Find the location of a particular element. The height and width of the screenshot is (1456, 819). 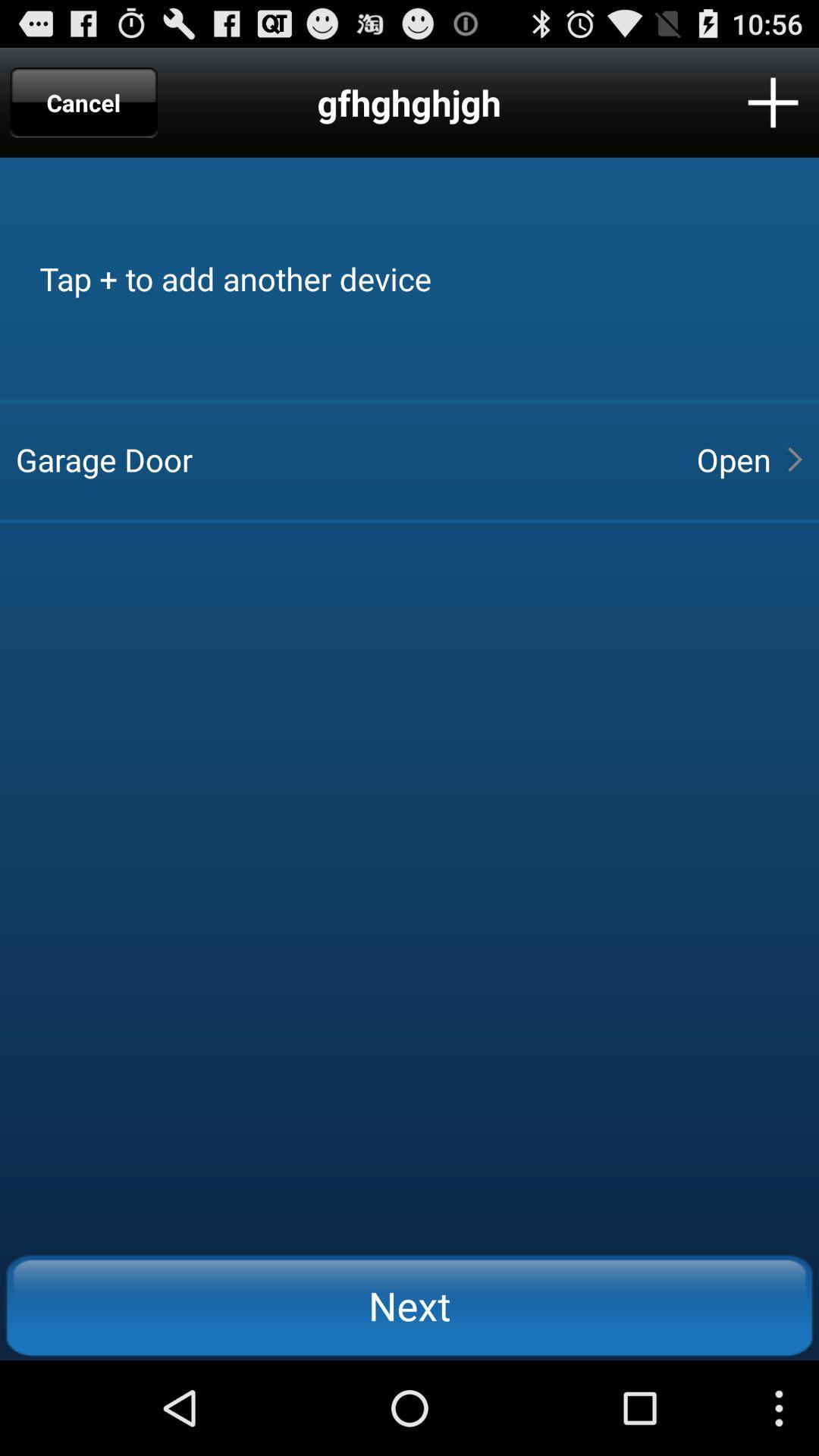

icon below tap to add item is located at coordinates (733, 458).